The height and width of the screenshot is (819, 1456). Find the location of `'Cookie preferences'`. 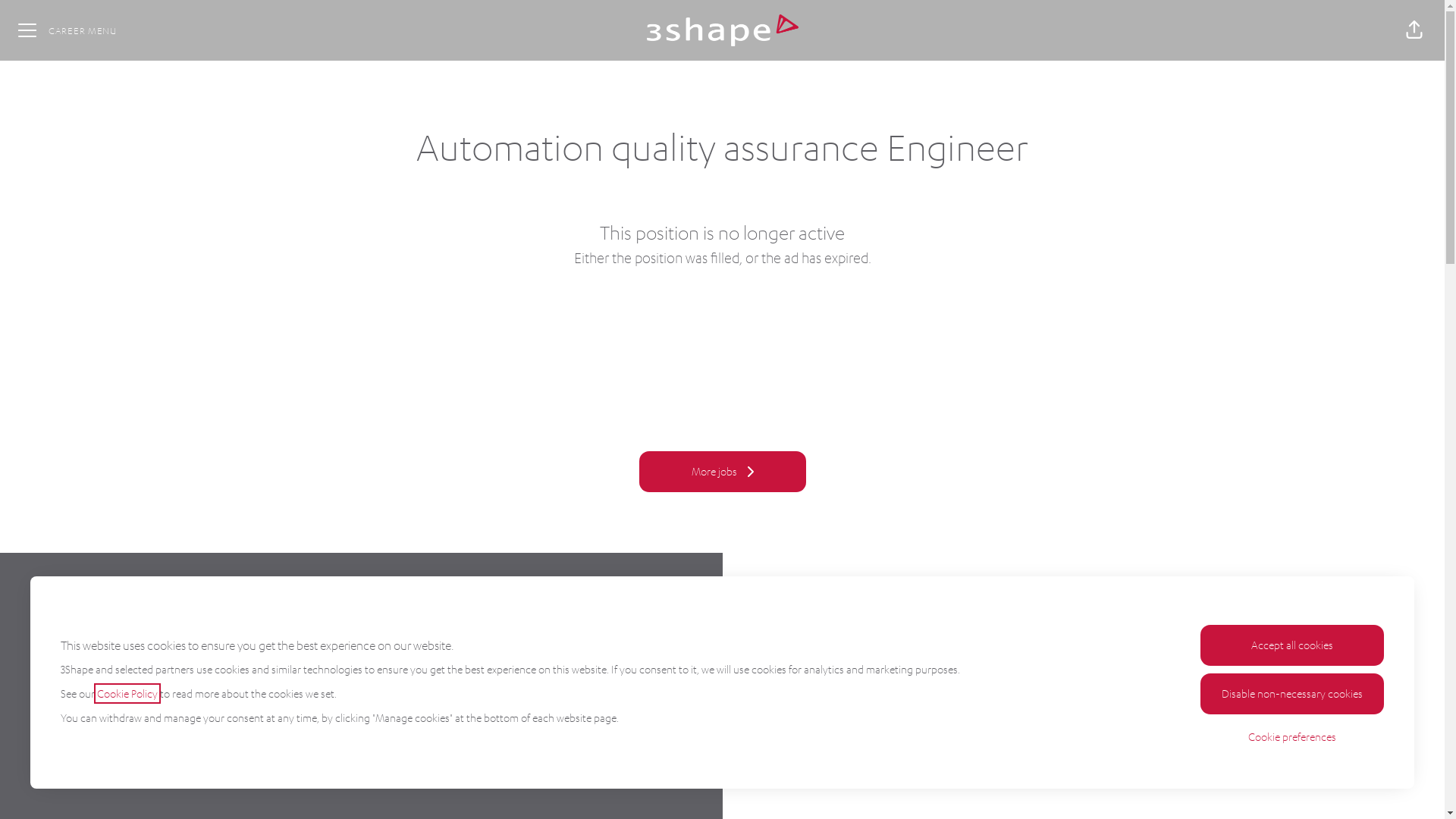

'Cookie preferences' is located at coordinates (1291, 736).